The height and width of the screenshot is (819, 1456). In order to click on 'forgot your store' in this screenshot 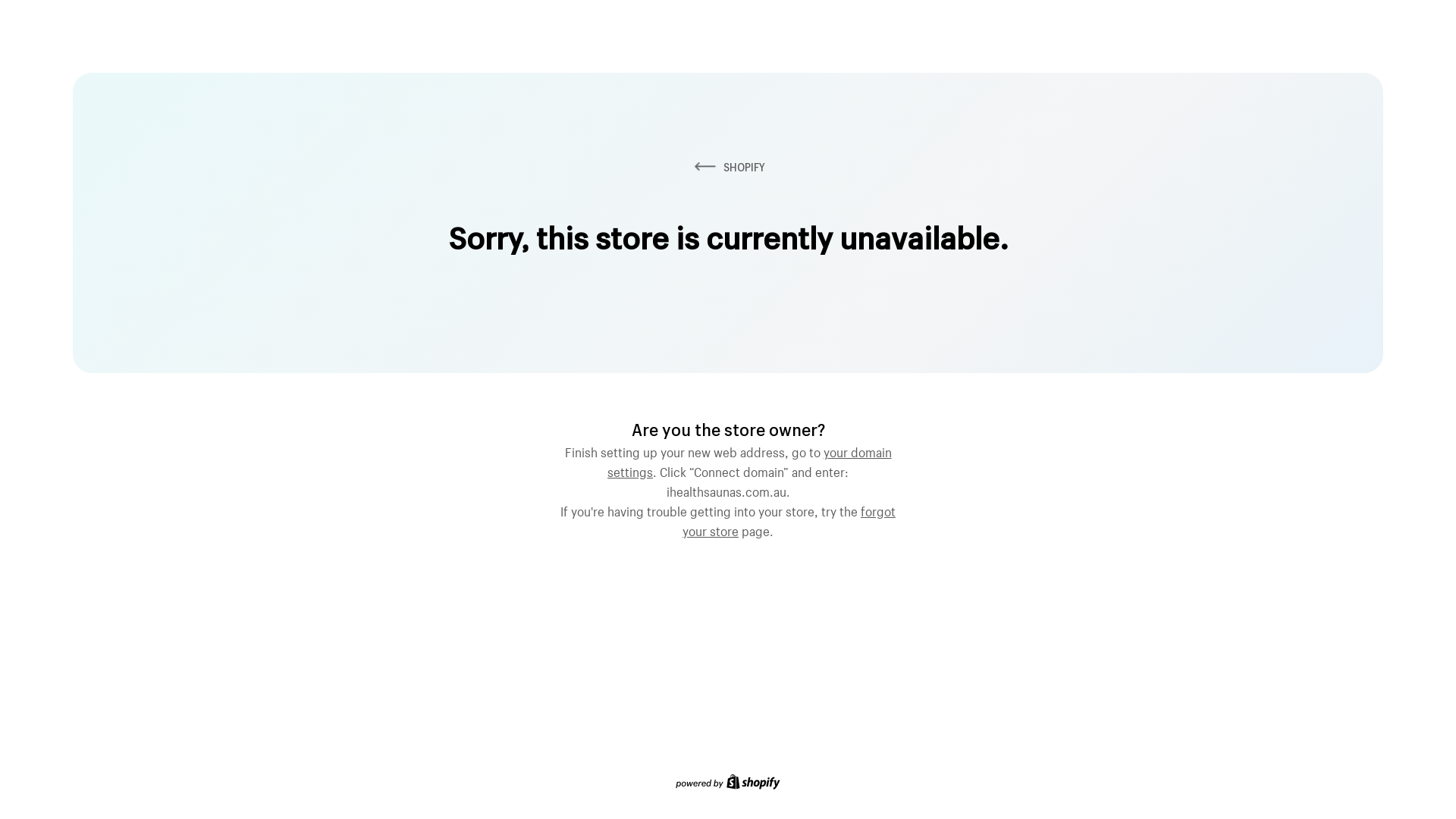, I will do `click(789, 519)`.